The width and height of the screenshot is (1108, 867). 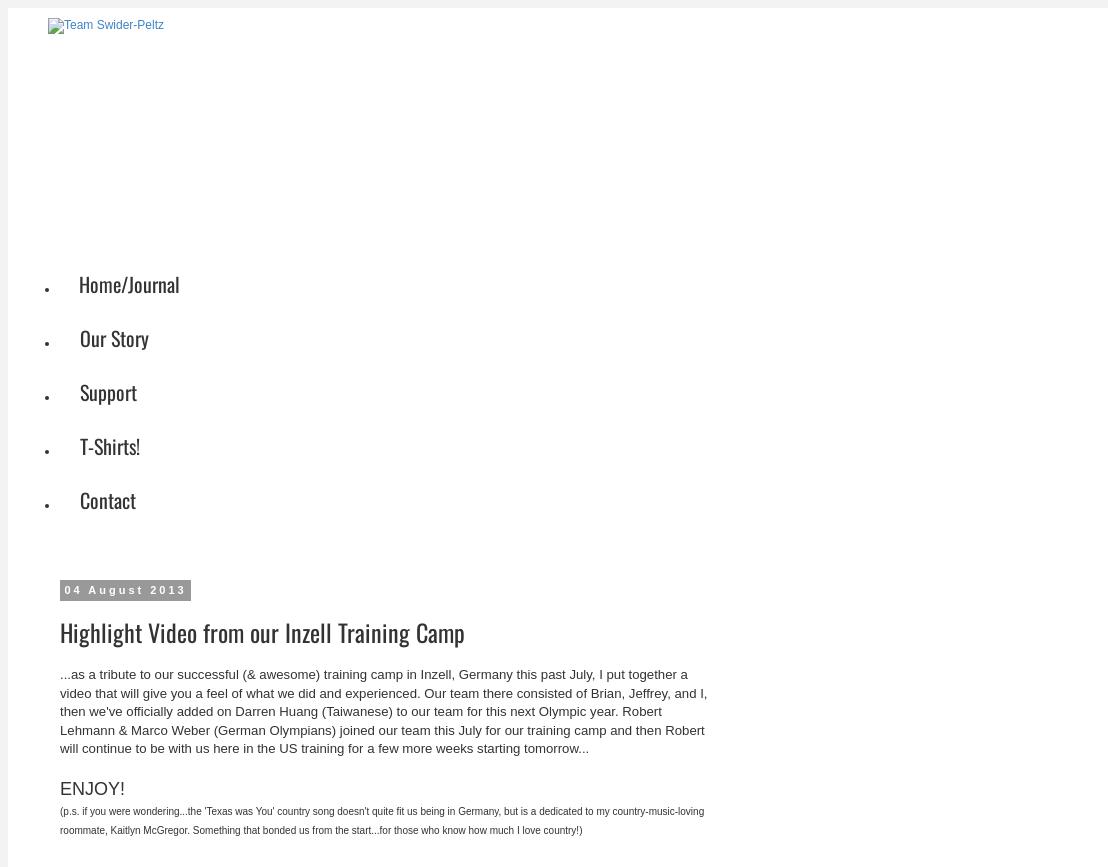 What do you see at coordinates (124, 588) in the screenshot?
I see `'04 August 2013'` at bounding box center [124, 588].